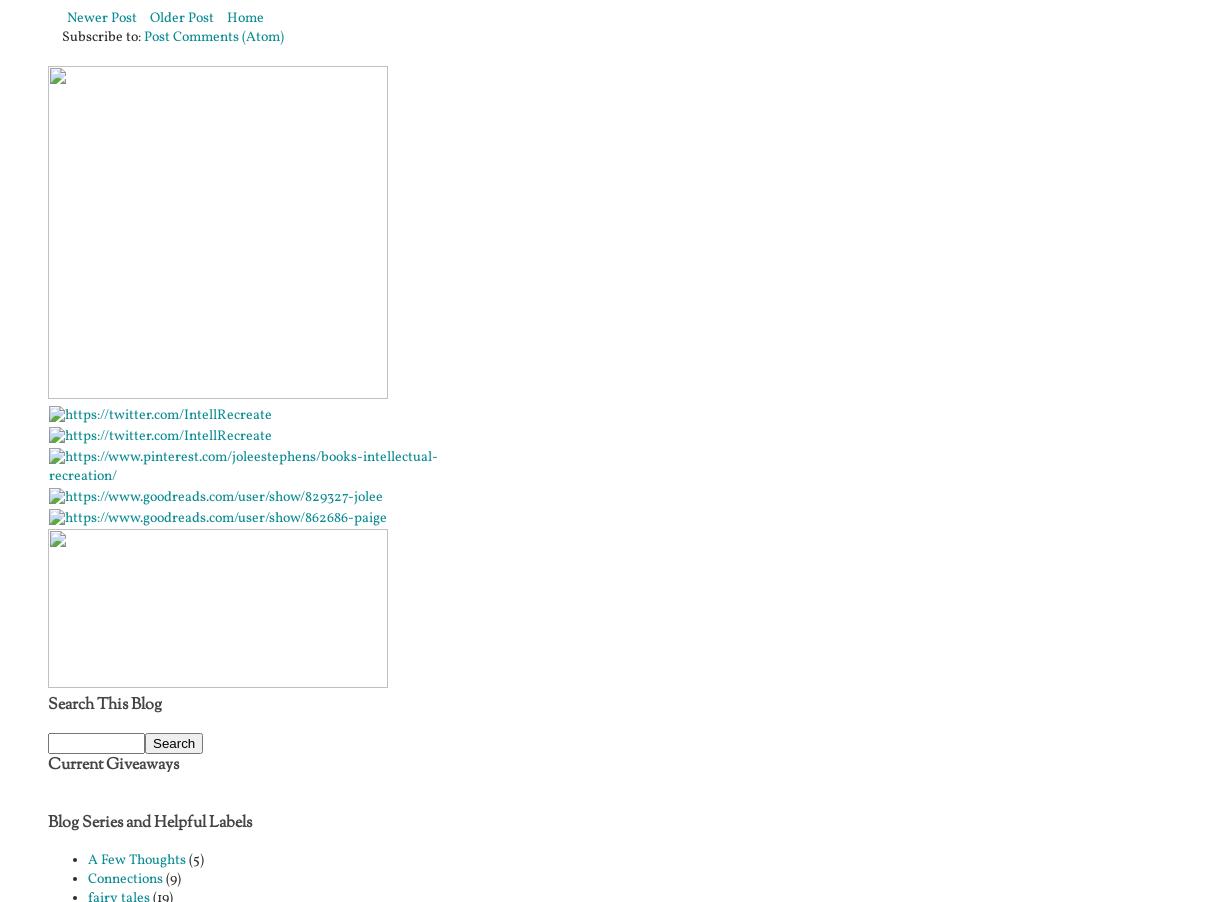 The height and width of the screenshot is (902, 1208). What do you see at coordinates (124, 878) in the screenshot?
I see `'Connections'` at bounding box center [124, 878].